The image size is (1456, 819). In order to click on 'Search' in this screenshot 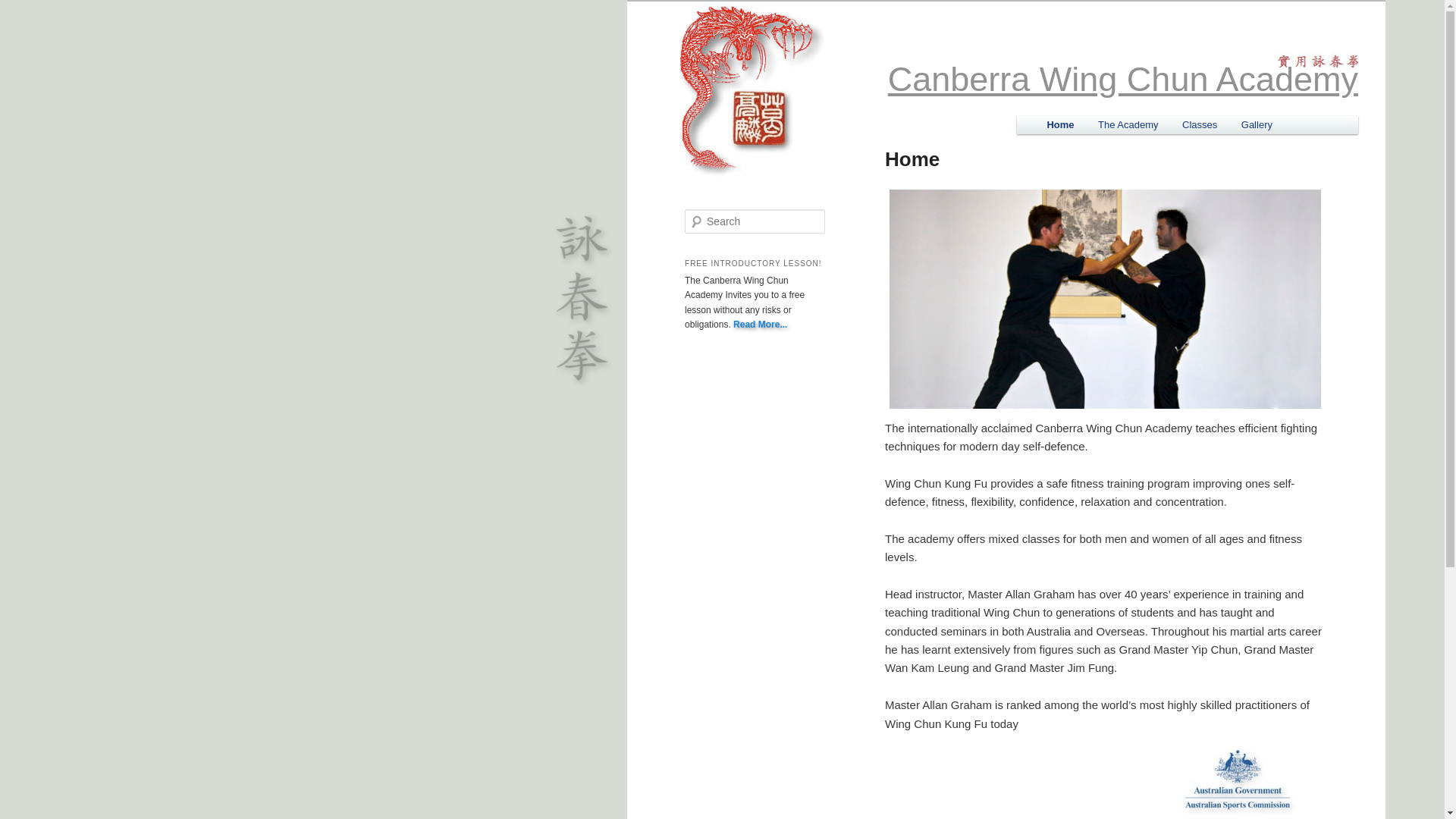, I will do `click(20, 11)`.